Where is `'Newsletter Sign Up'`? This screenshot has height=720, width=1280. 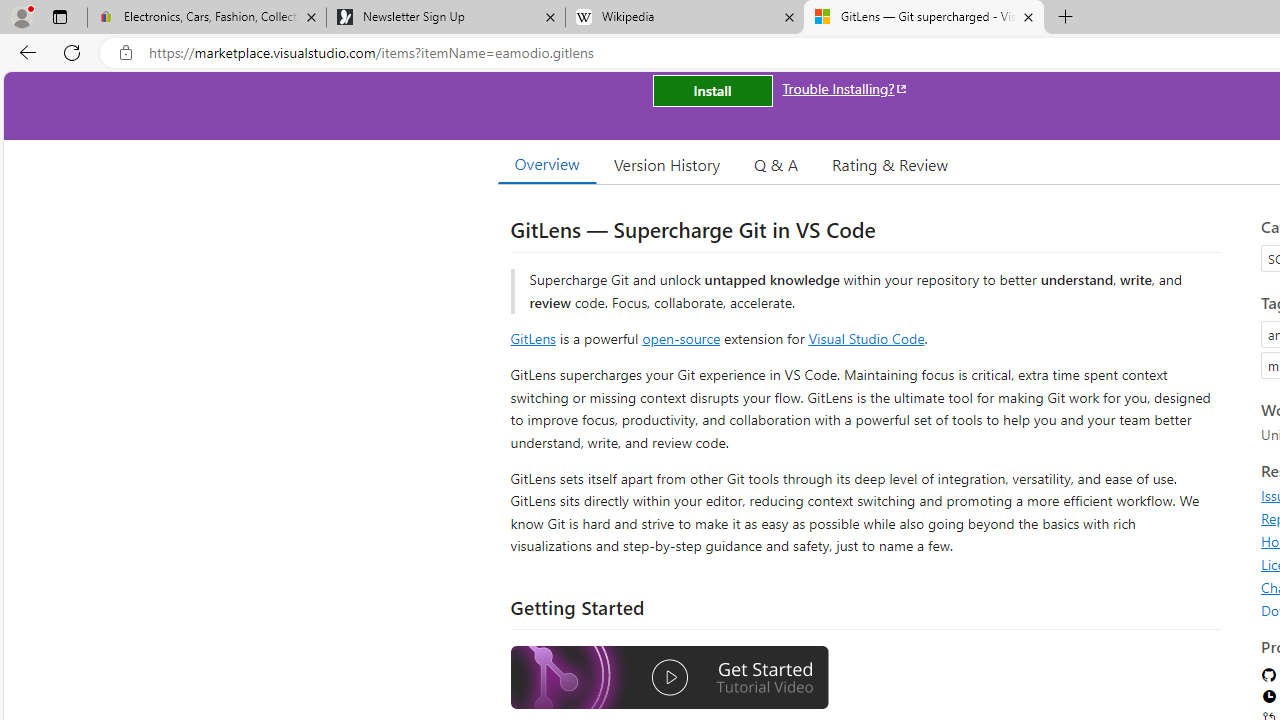
'Newsletter Sign Up' is located at coordinates (444, 17).